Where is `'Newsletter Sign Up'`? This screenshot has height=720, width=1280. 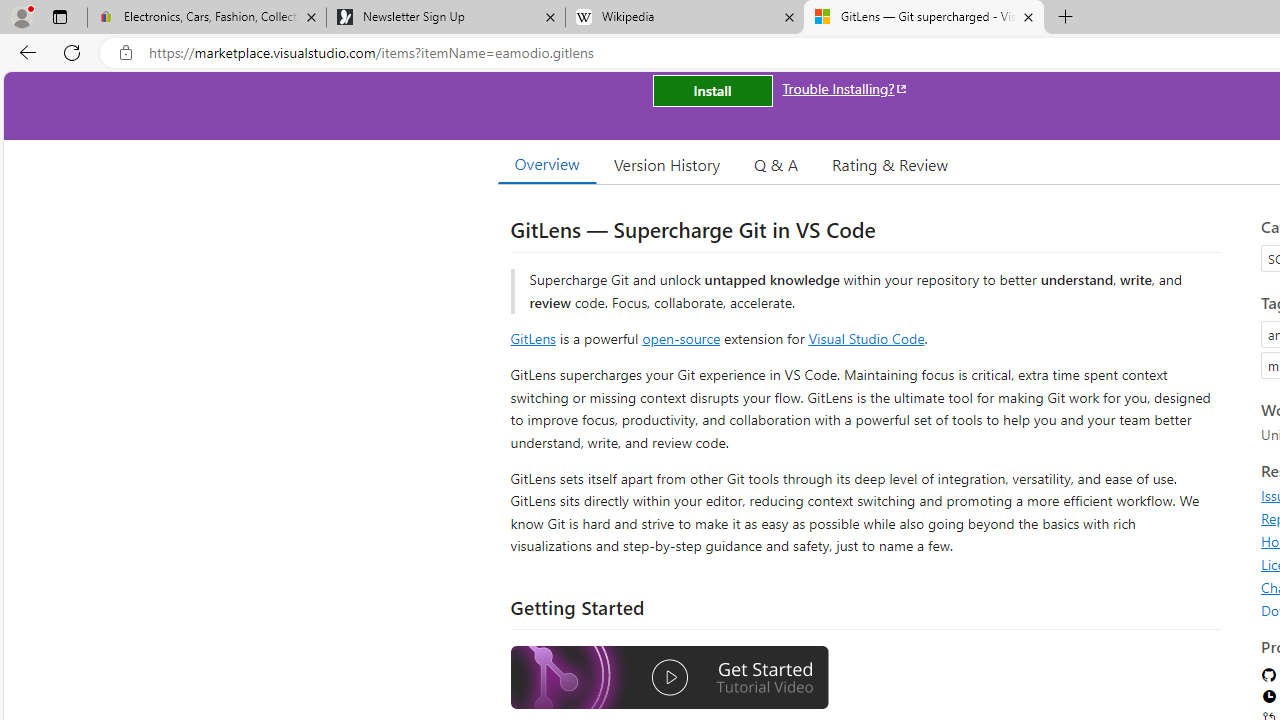
'Newsletter Sign Up' is located at coordinates (444, 17).